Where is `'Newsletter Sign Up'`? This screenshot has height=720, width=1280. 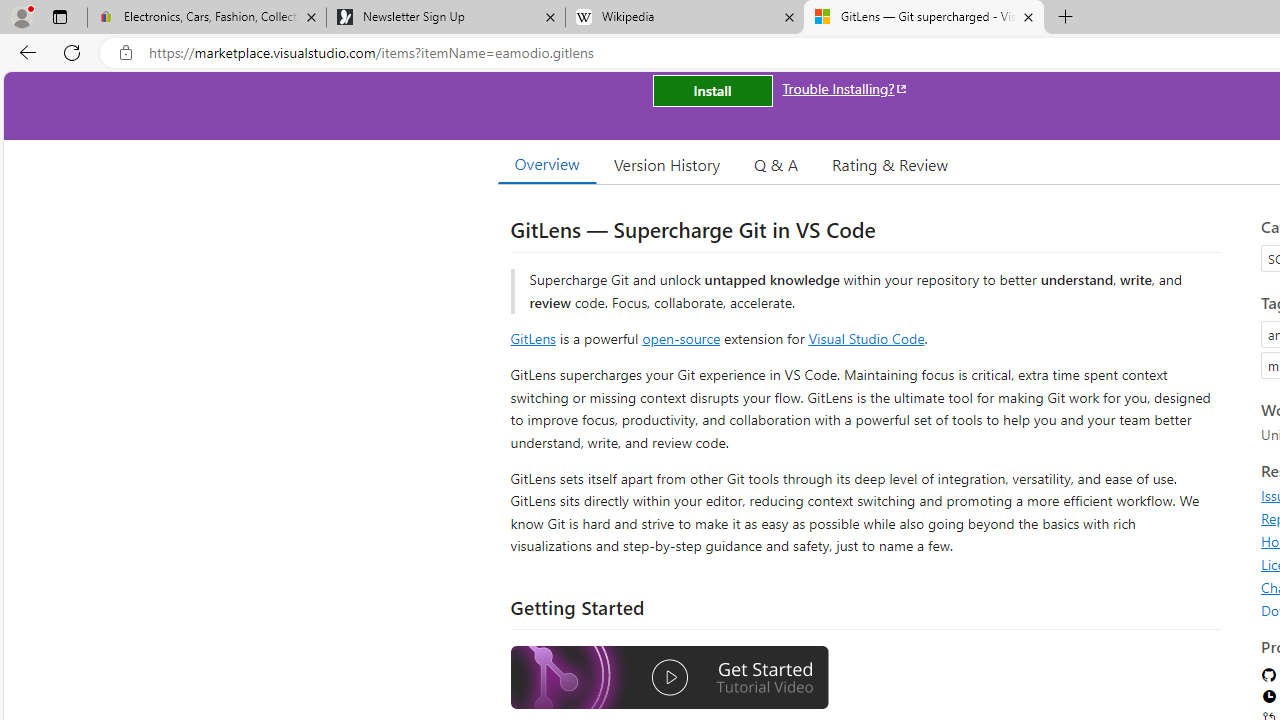
'Newsletter Sign Up' is located at coordinates (444, 17).